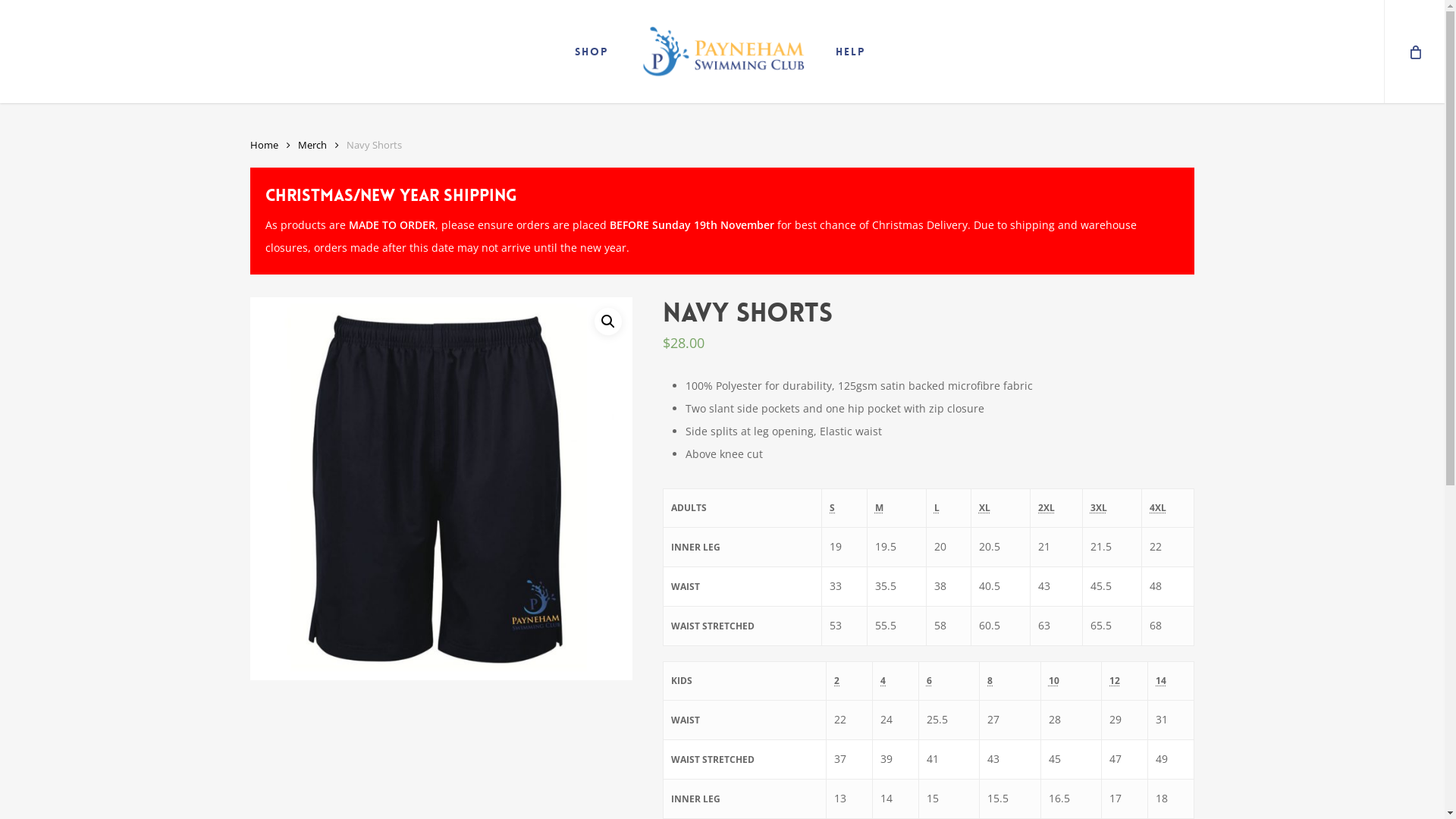 This screenshot has height=819, width=1456. What do you see at coordinates (590, 51) in the screenshot?
I see `'Shop'` at bounding box center [590, 51].